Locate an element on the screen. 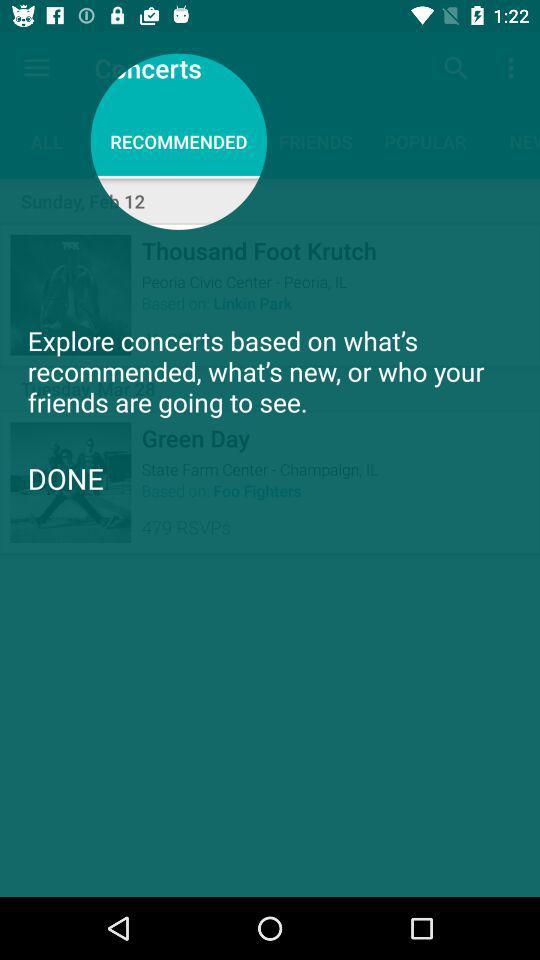 The image size is (540, 960). three vertical dots at top right corner of the page is located at coordinates (514, 68).